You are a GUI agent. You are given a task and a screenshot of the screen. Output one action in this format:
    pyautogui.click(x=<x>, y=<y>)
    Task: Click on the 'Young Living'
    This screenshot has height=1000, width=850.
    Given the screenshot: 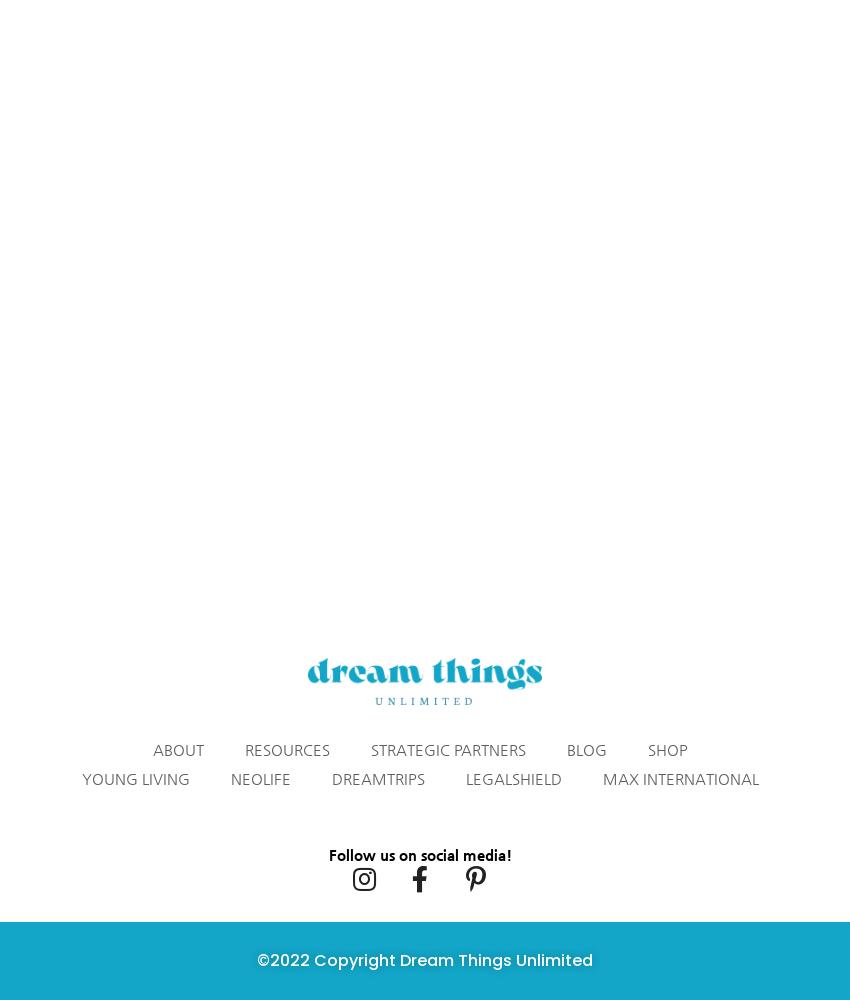 What is the action you would take?
    pyautogui.click(x=134, y=778)
    